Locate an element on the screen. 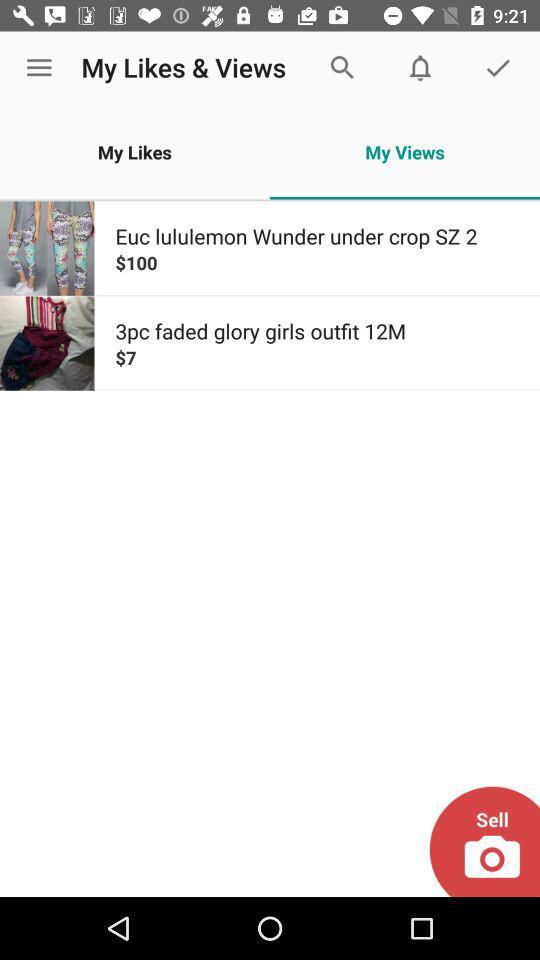  the icon at the bottom right corner is located at coordinates (483, 840).